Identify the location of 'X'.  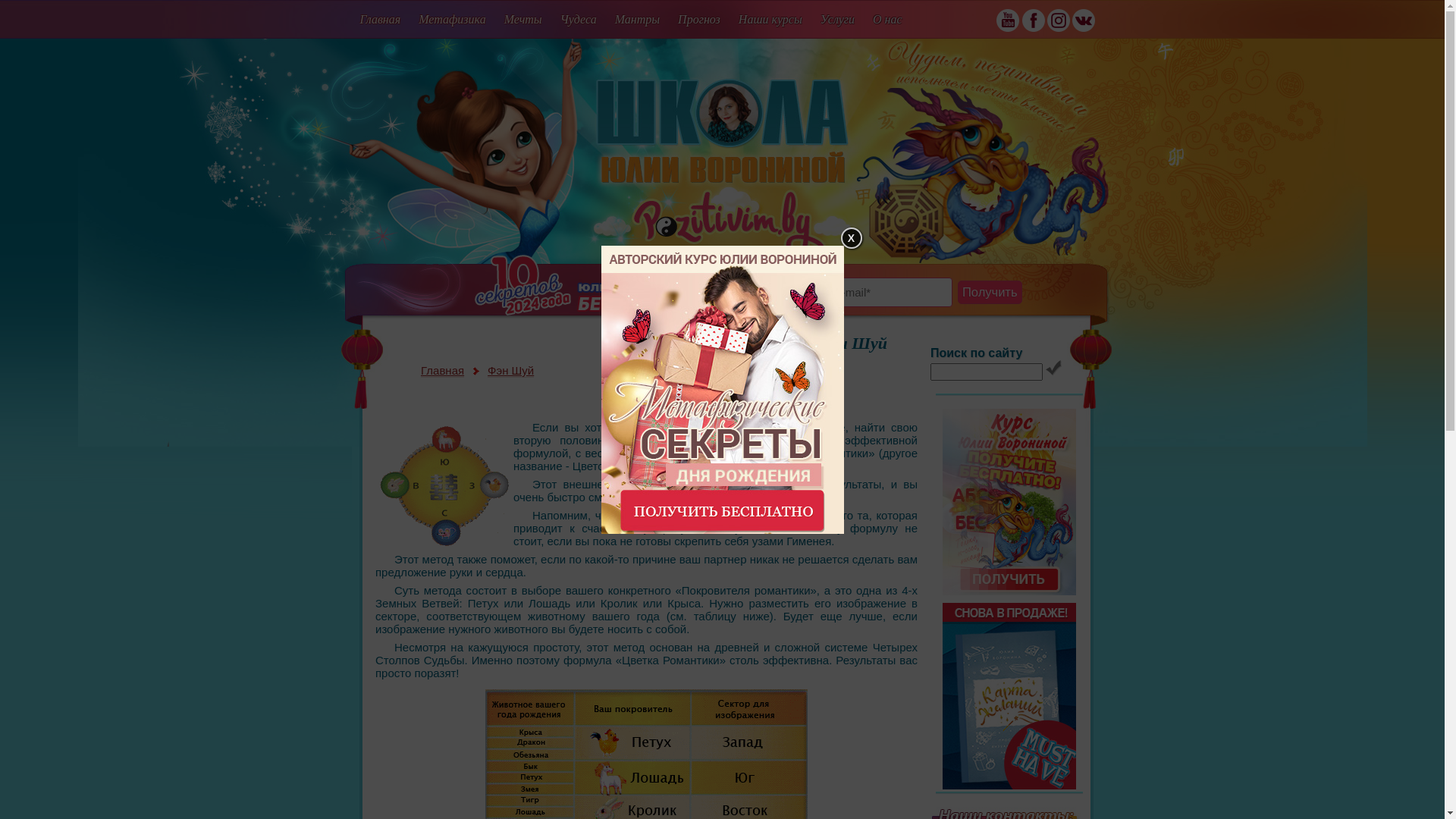
(851, 237).